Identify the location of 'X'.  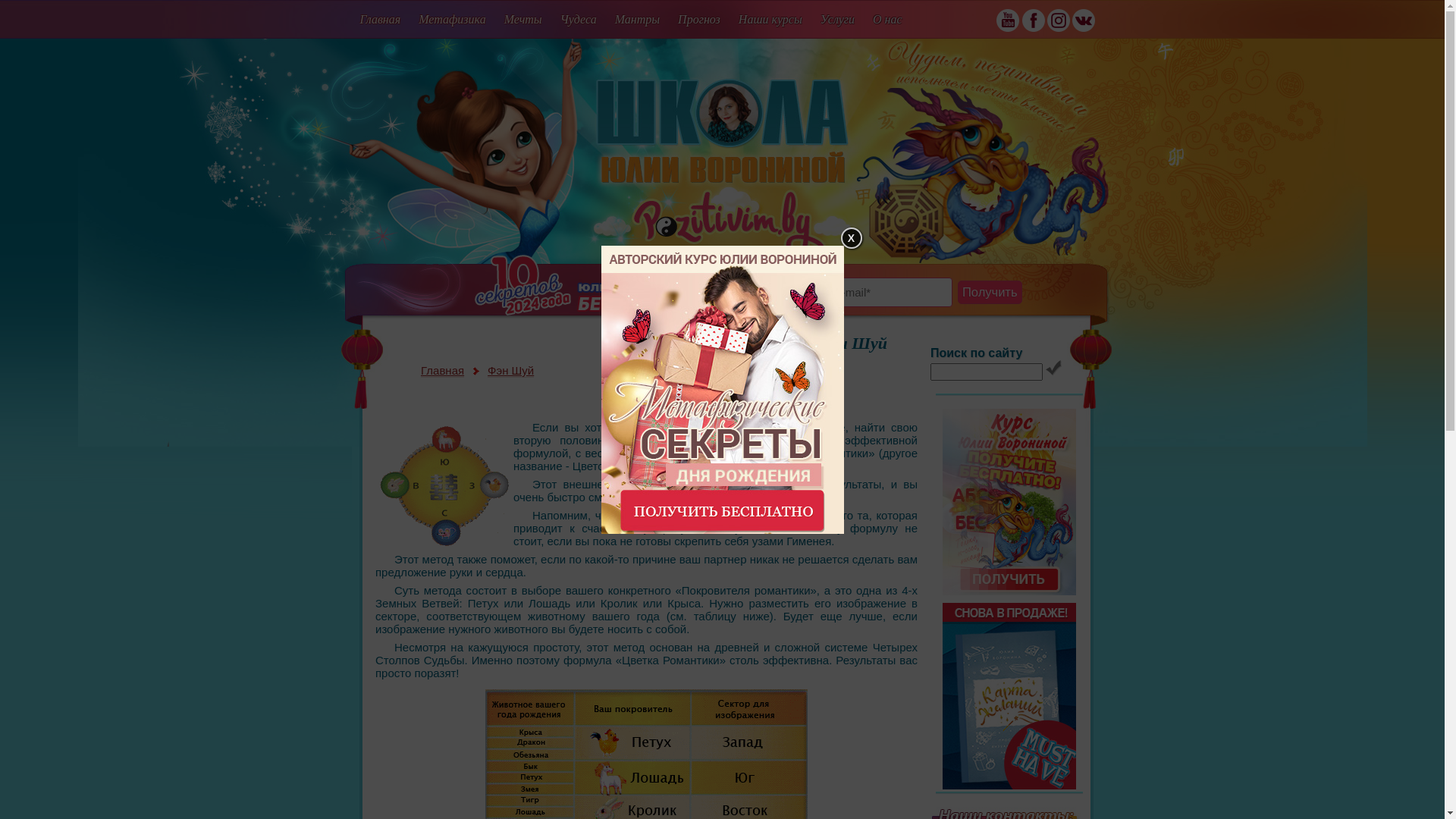
(851, 237).